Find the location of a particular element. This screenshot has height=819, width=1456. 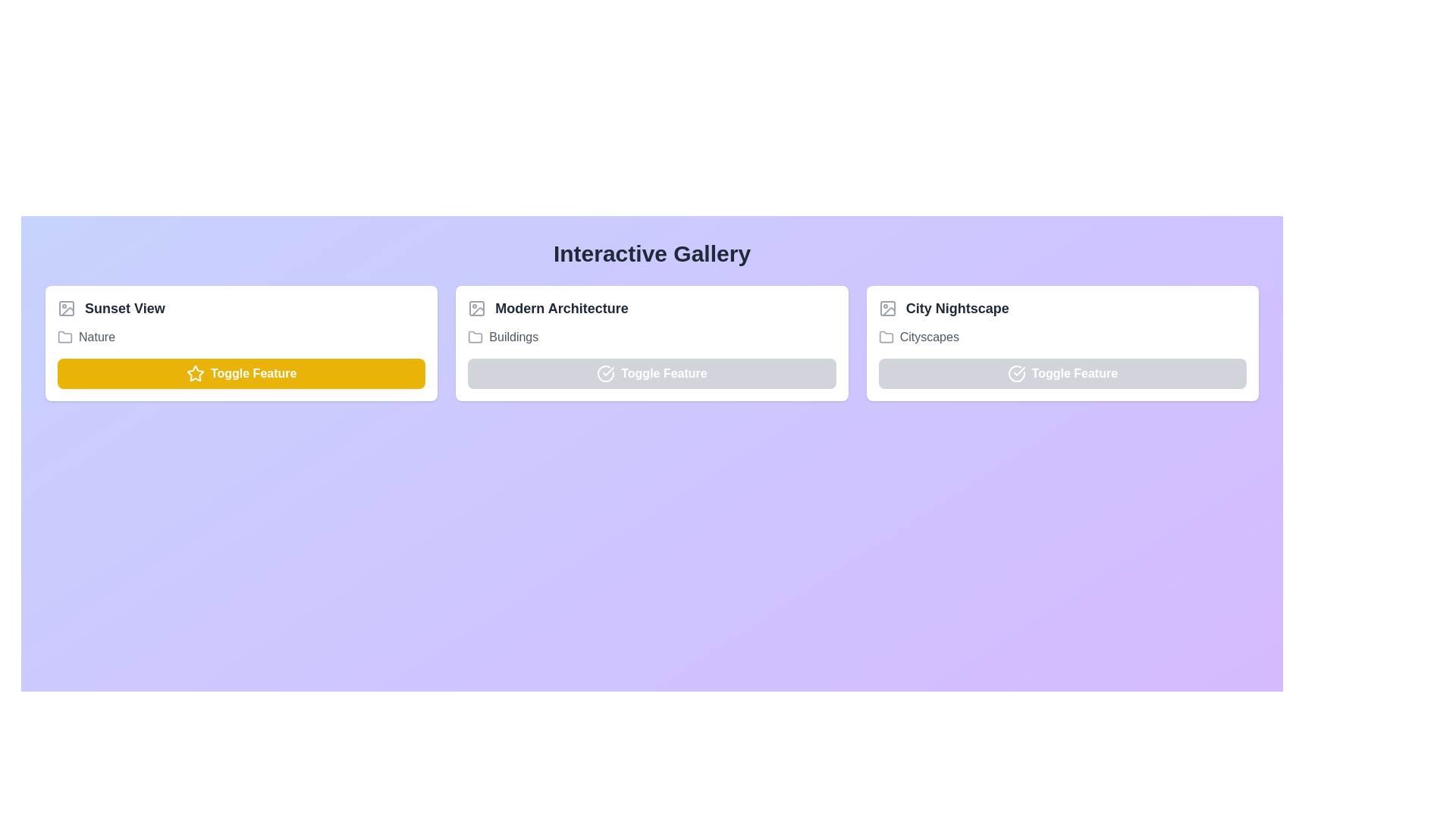

the 'Nature' label with the folder icon, which is the second visual item in the first card (Sunset View) in a horizontally aligned grid is located at coordinates (240, 336).